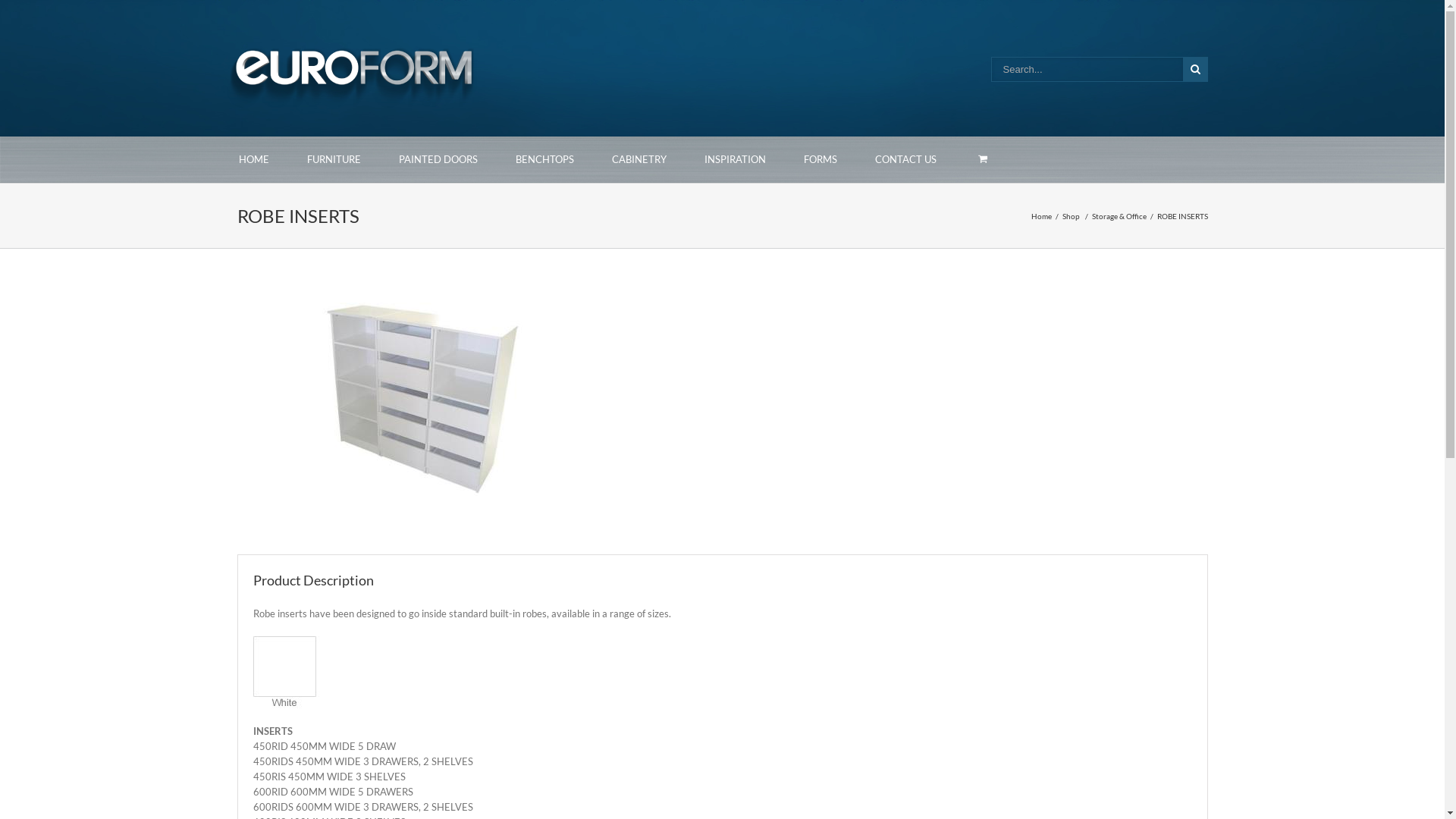 This screenshot has height=819, width=1456. Describe the element at coordinates (333, 159) in the screenshot. I see `'FURNITURE'` at that location.